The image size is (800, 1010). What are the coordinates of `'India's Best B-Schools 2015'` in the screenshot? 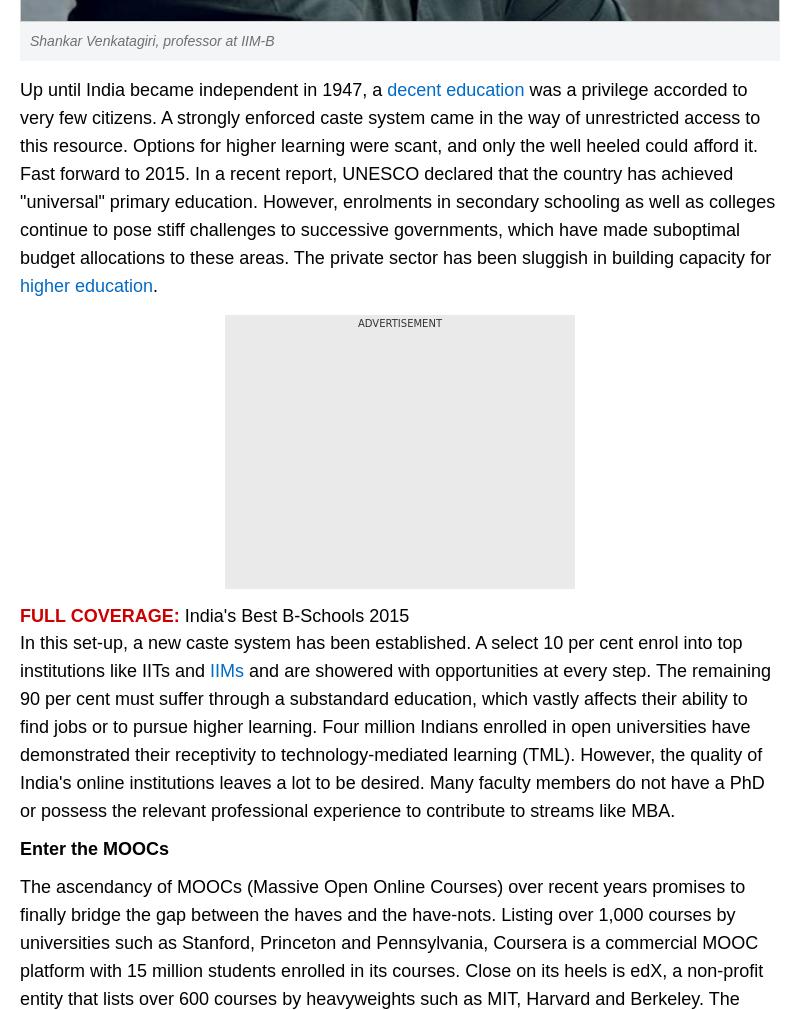 It's located at (296, 614).